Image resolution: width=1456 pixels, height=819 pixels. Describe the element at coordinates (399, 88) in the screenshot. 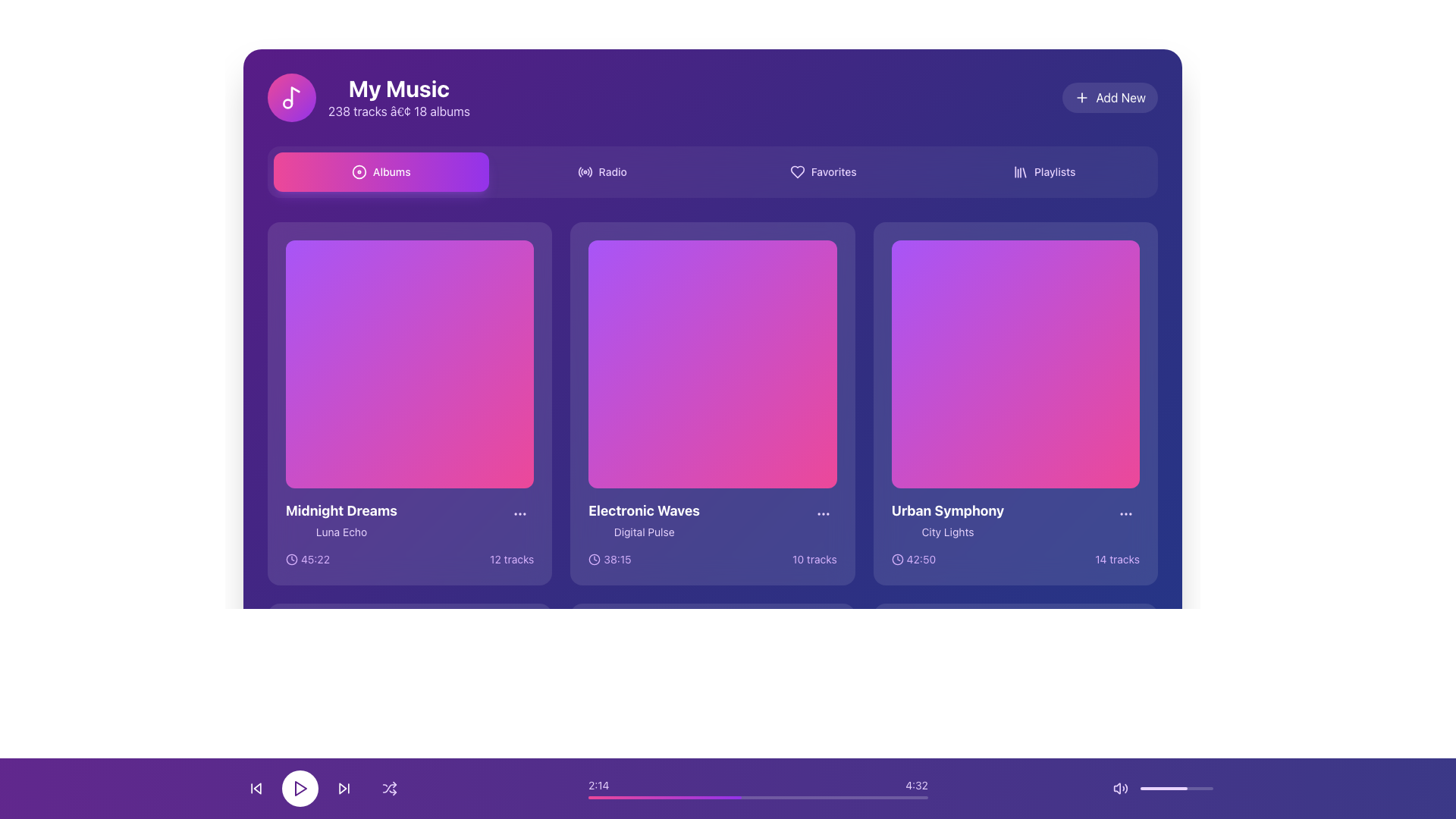

I see `the bolded, large-sized text label 'My Music' in white color located in the upper-left corner of the interface` at that location.